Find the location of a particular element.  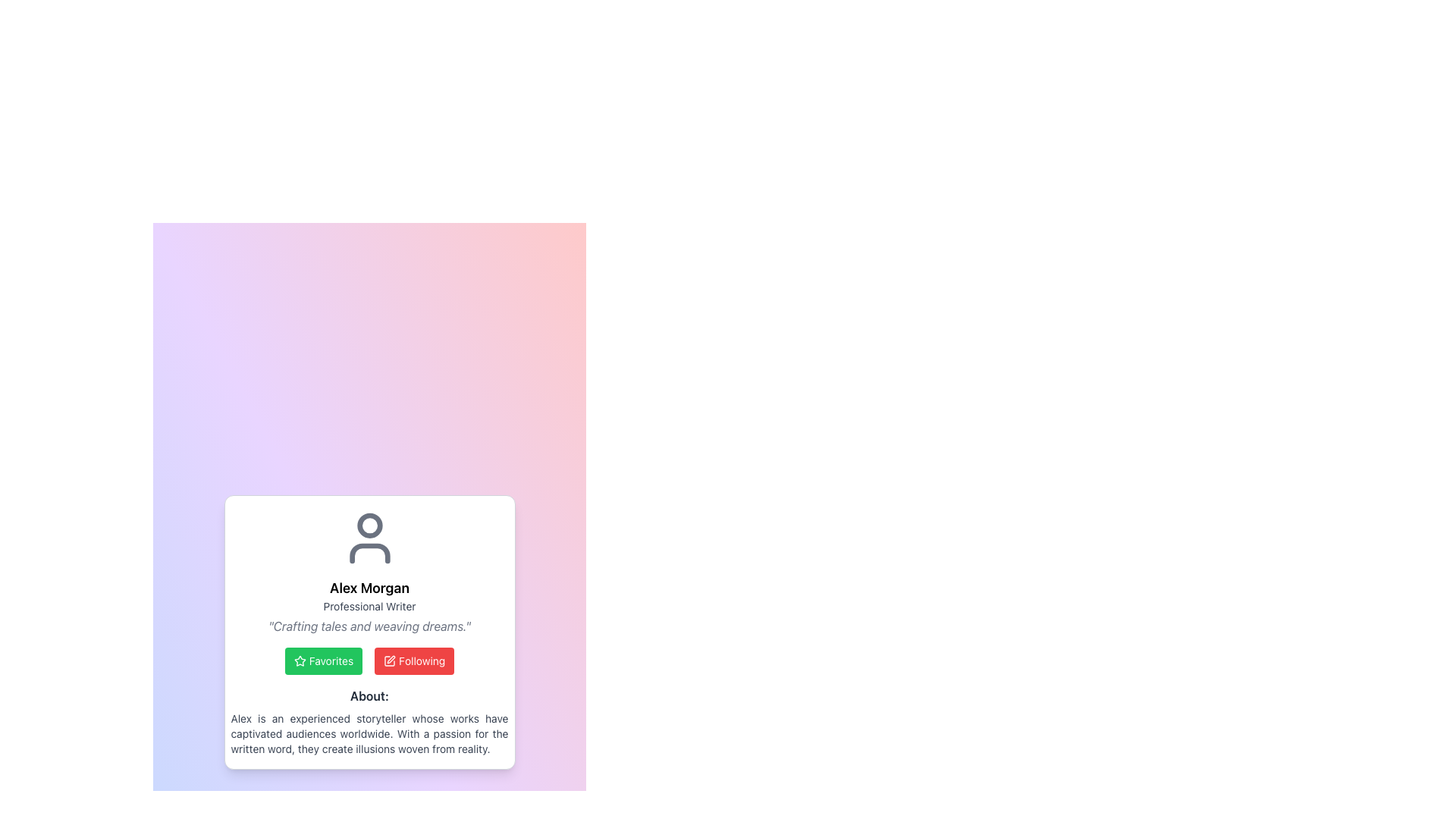

the 'Favorites' button which contains the star icon to mark an item as favorite is located at coordinates (300, 660).